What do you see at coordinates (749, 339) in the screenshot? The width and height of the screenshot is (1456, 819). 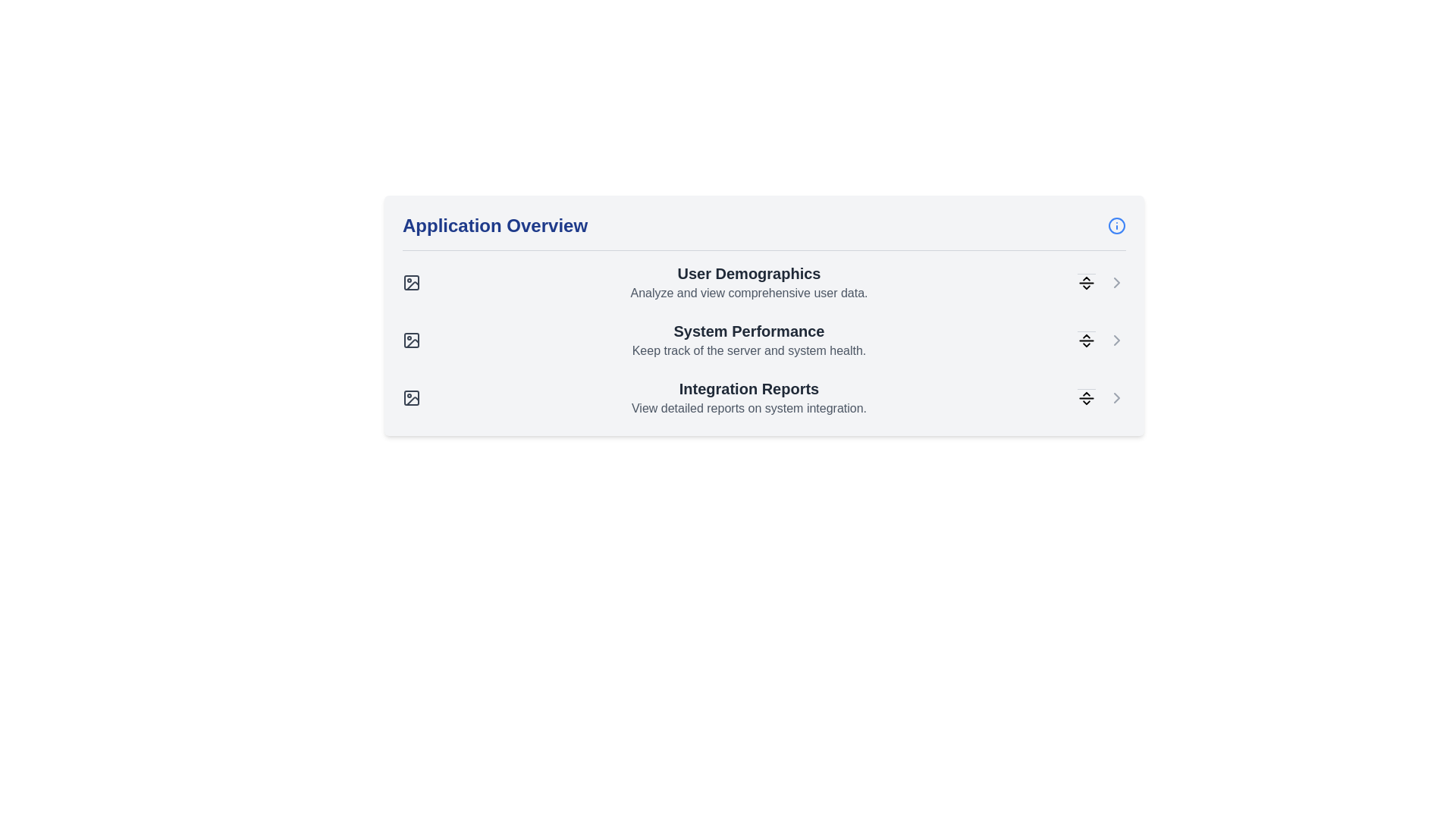 I see `information displayed in the 'System Performance' informational block, which includes the bold title and the smaller message about server and system health` at bounding box center [749, 339].